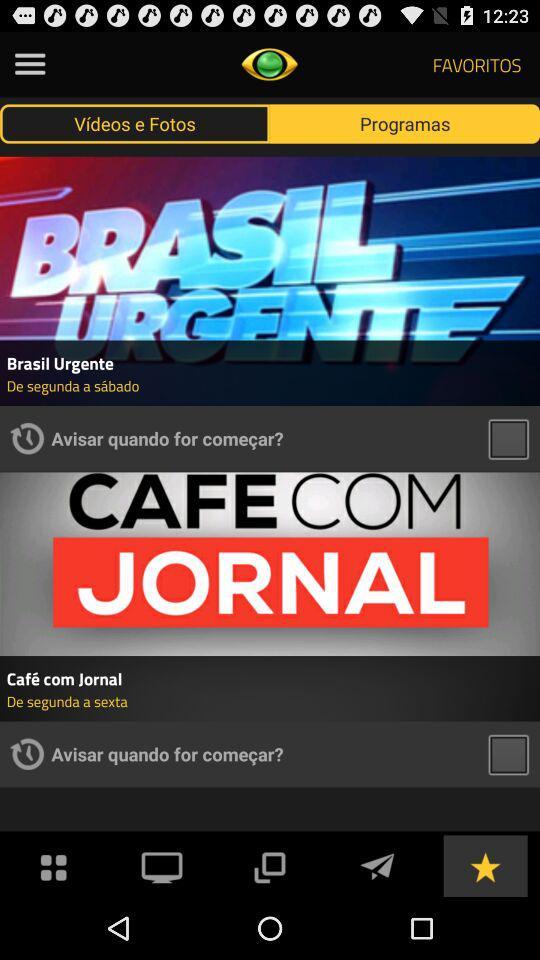 The width and height of the screenshot is (540, 960). I want to click on tab to select, so click(508, 753).